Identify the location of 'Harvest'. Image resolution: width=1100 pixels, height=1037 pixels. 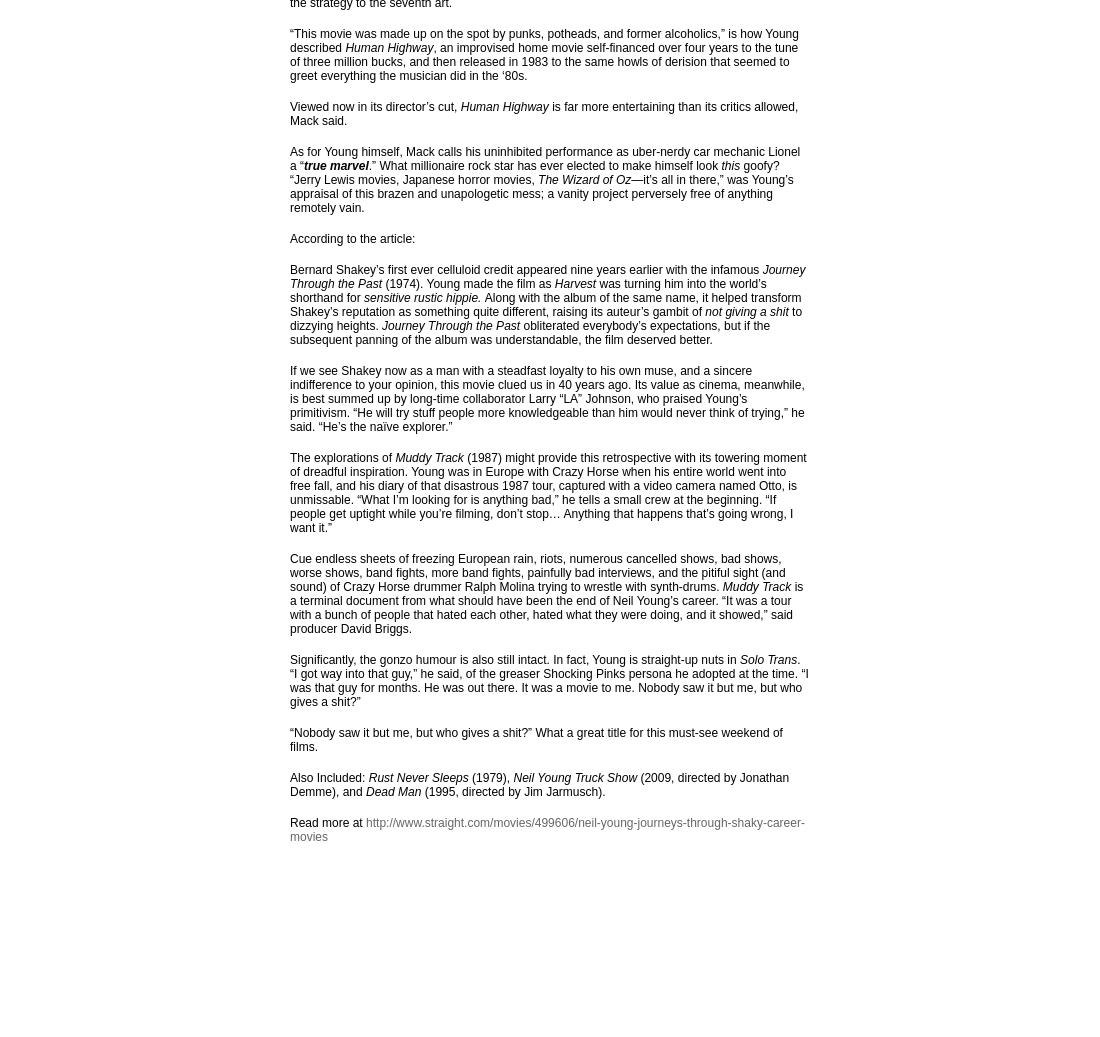
(575, 281).